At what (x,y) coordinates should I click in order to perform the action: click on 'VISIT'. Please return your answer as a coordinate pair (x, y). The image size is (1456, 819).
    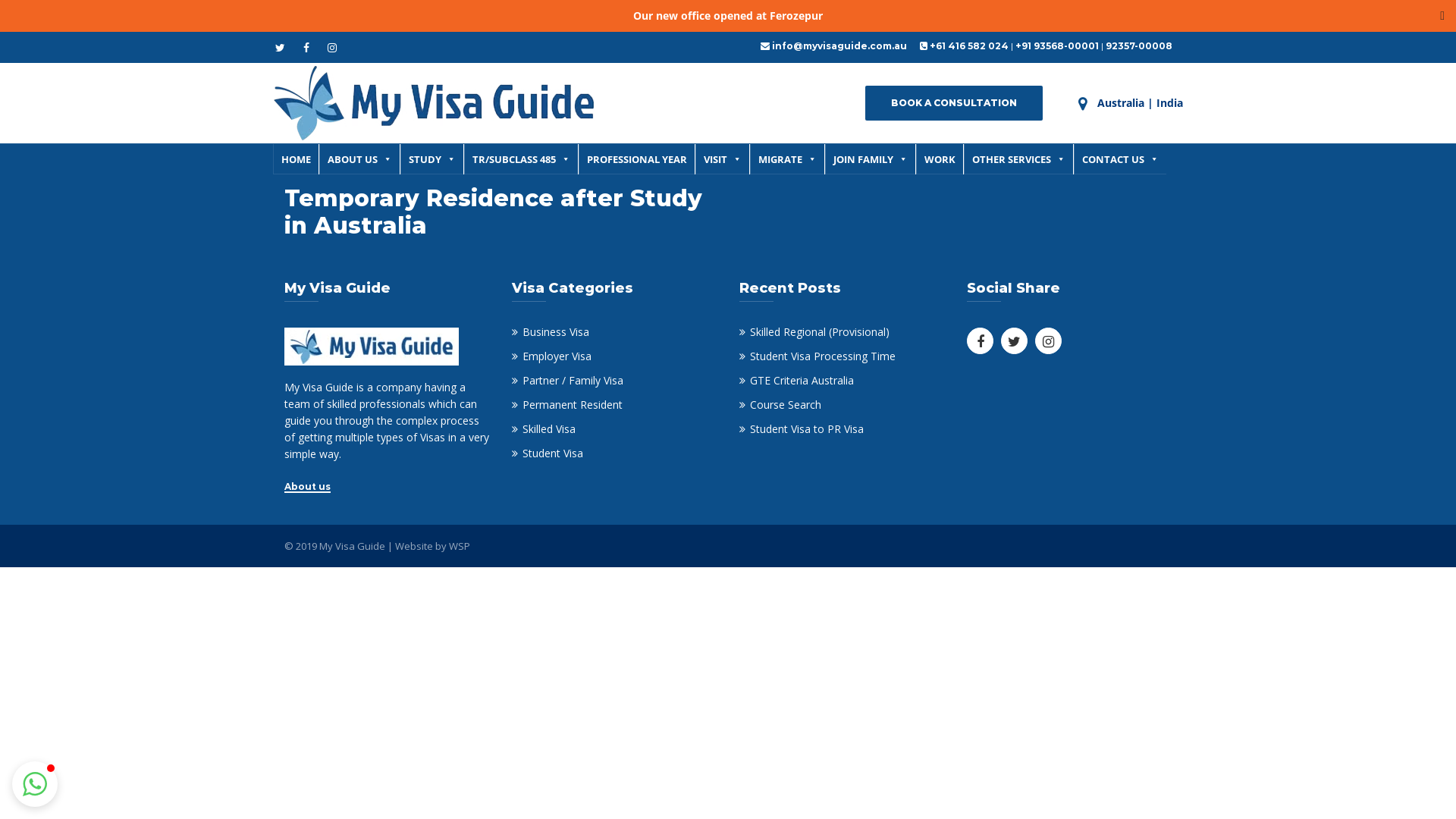
    Looking at the image, I should click on (721, 158).